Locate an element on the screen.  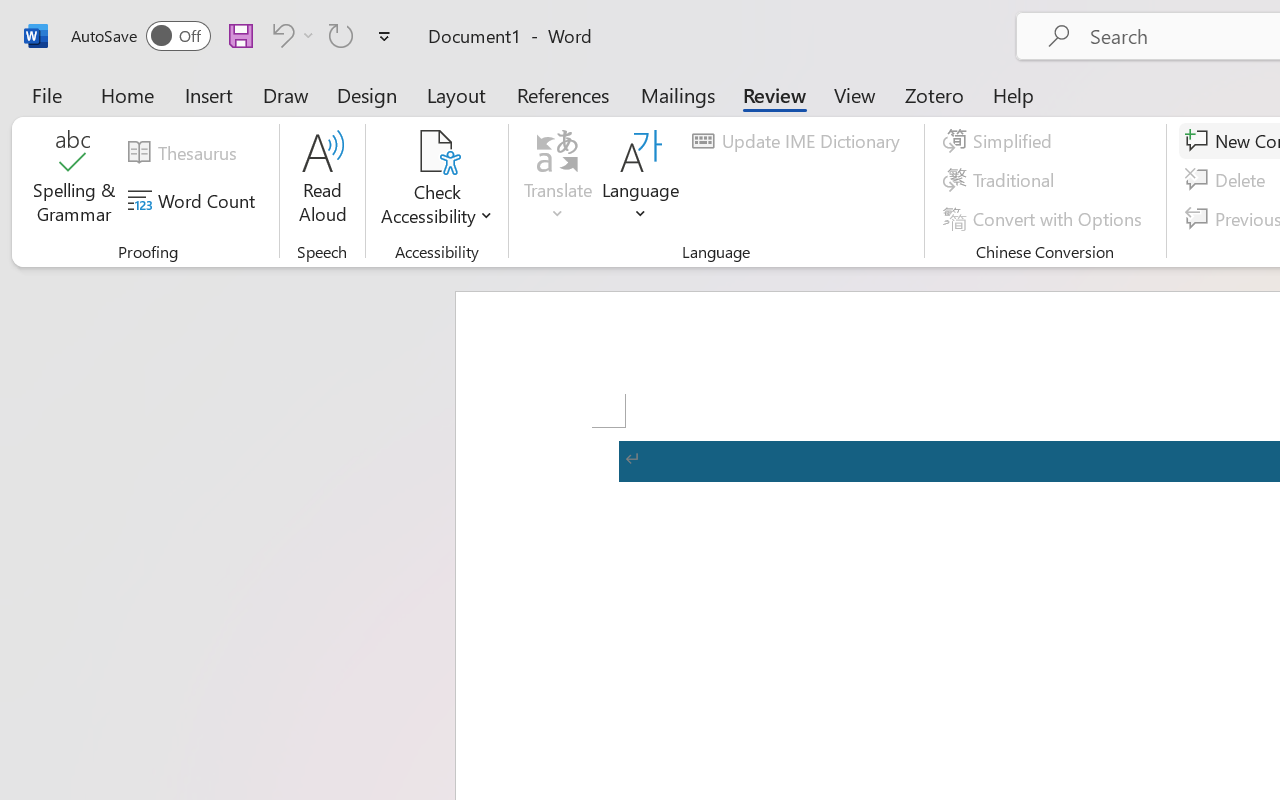
'Convert with Options...' is located at coordinates (1044, 218).